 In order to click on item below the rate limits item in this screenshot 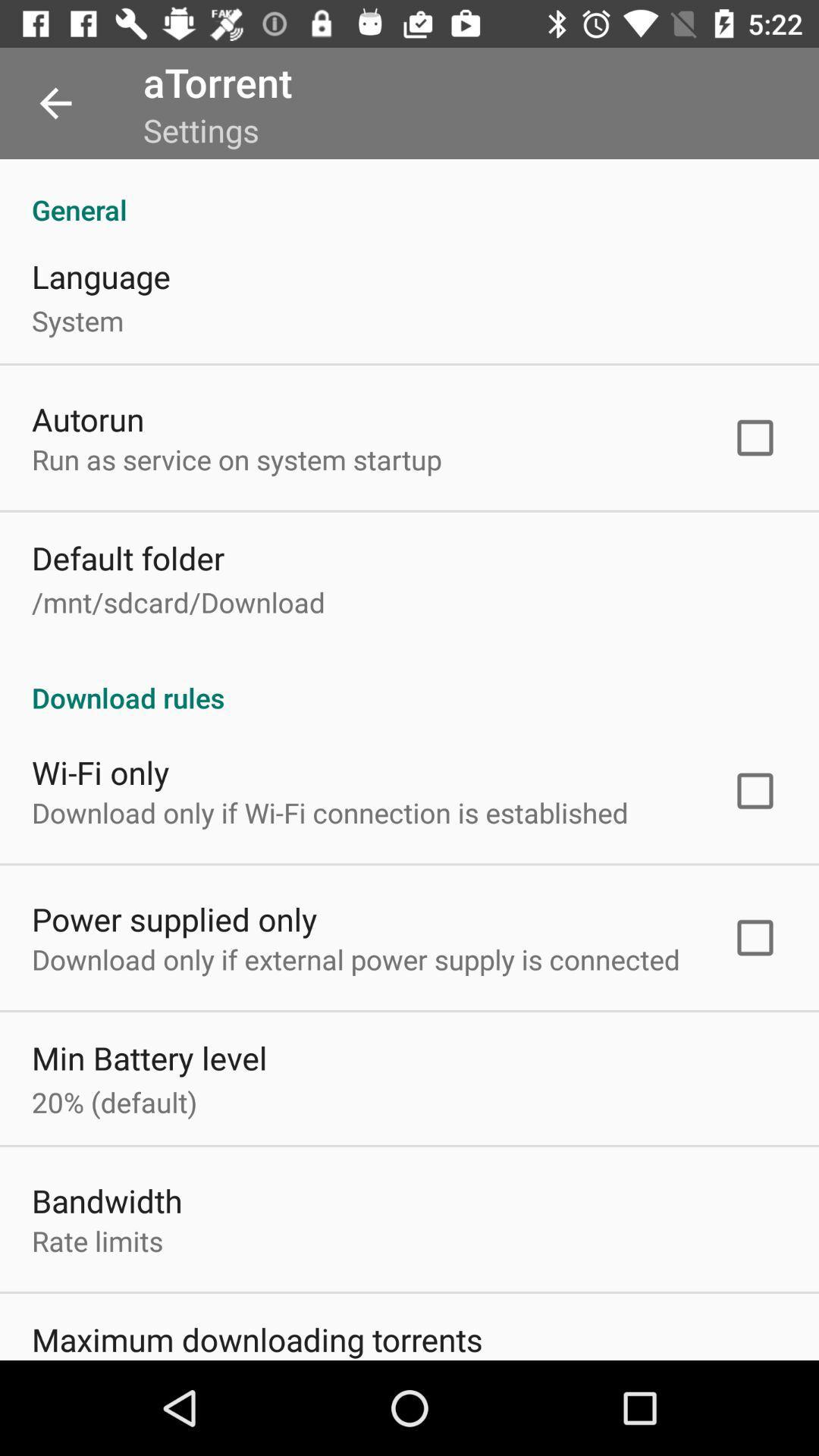, I will do `click(256, 1338)`.